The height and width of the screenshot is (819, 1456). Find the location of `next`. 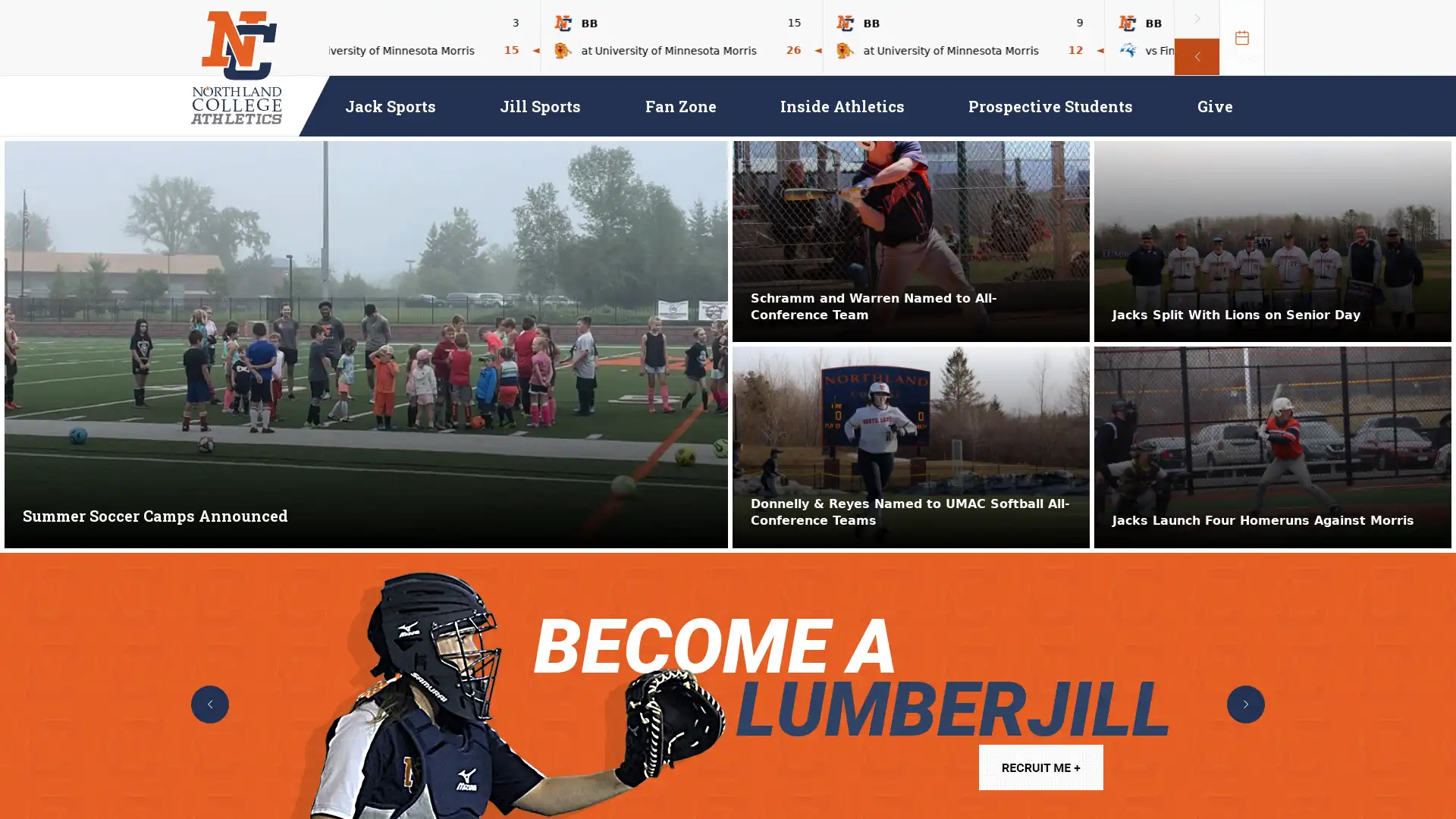

next is located at coordinates (1245, 704).